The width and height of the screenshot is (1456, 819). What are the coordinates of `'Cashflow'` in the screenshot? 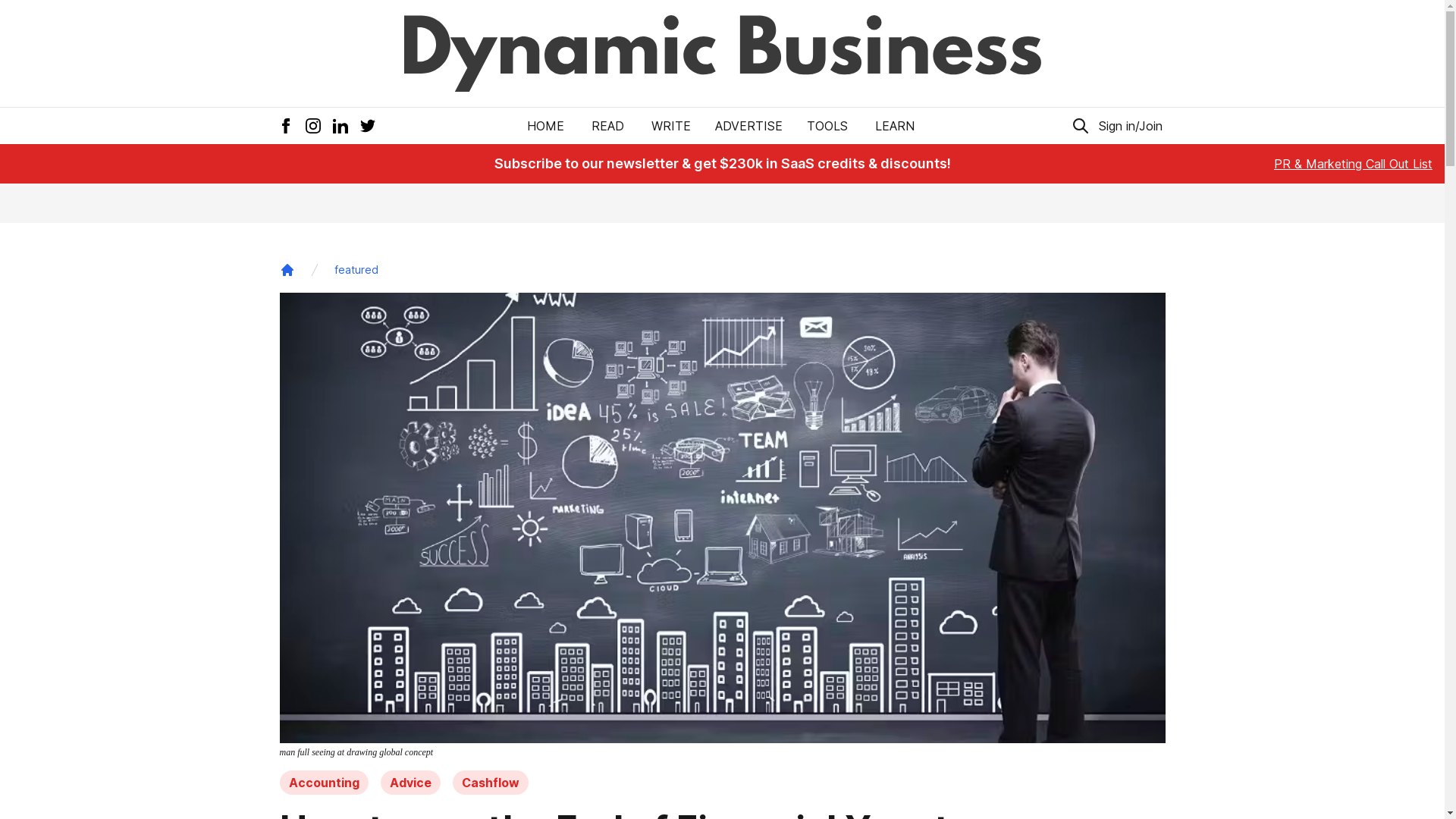 It's located at (490, 783).